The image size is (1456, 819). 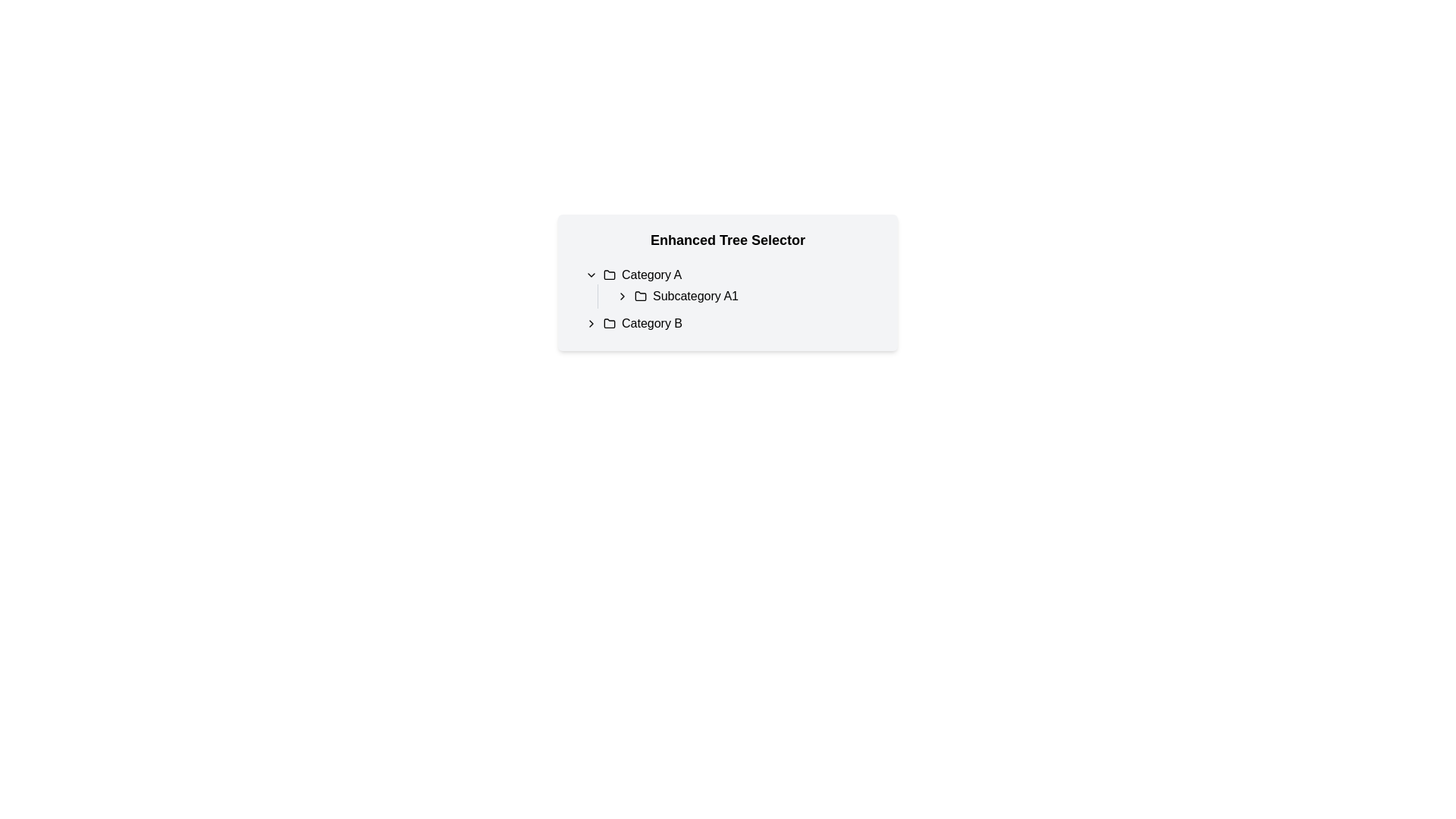 I want to click on the navigation arrow icon located to the left of the 'Category B' label, so click(x=590, y=323).